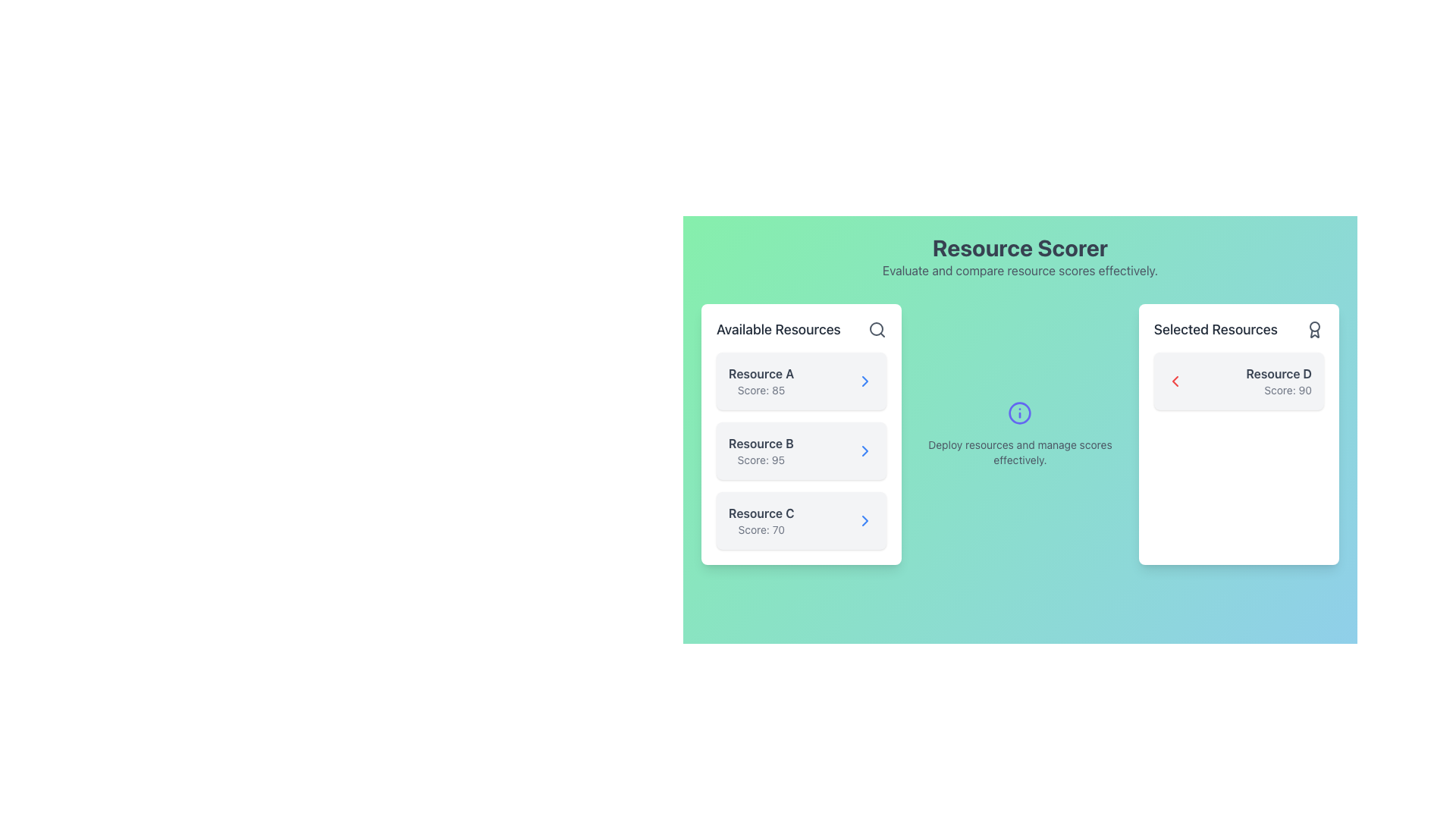  What do you see at coordinates (877, 328) in the screenshot?
I see `the decorative SVG circle within the search icon located in the 'Available Resources' section header, positioned at the top-right corner next to the text label` at bounding box center [877, 328].